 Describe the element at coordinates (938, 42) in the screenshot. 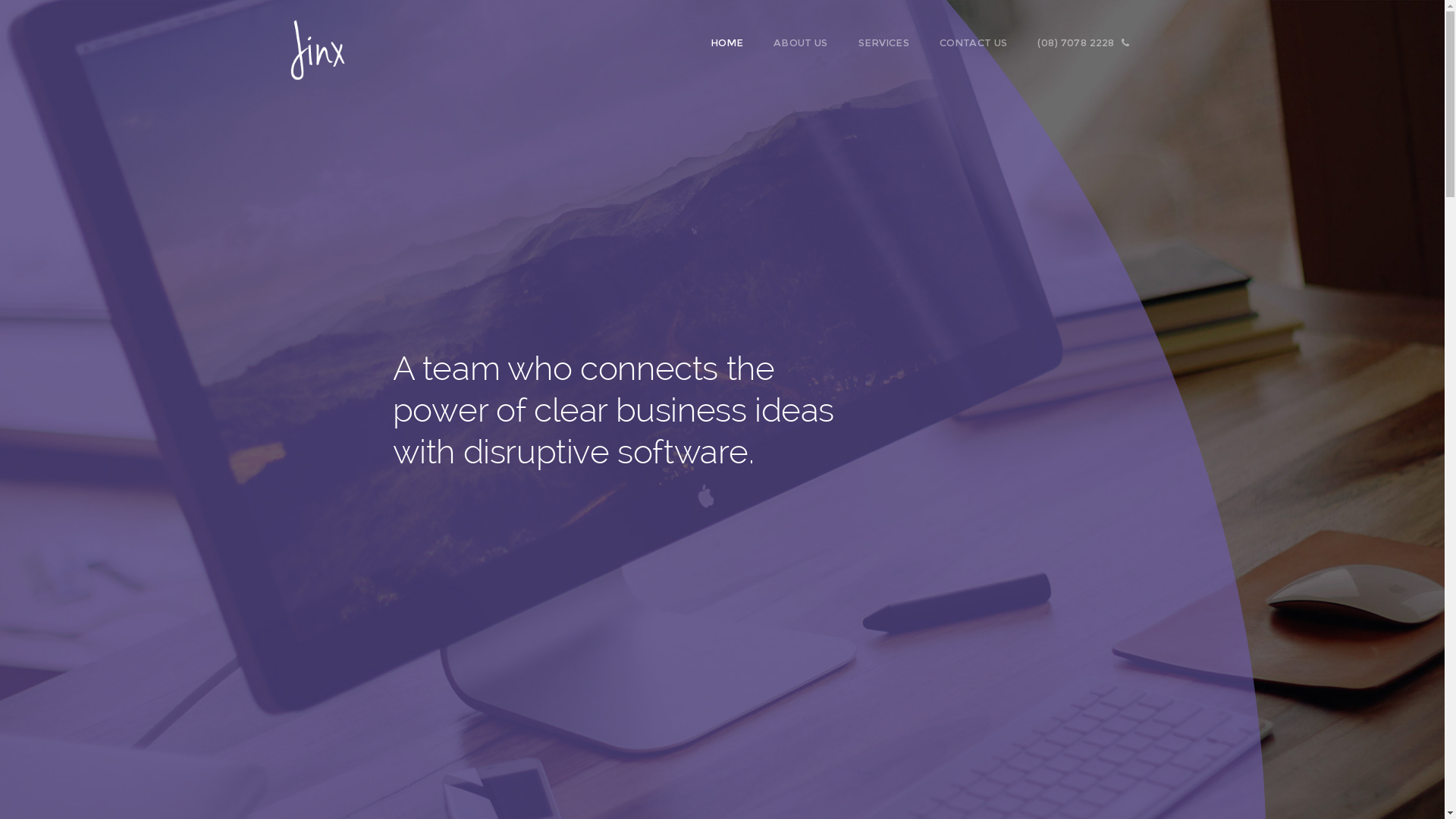

I see `'CONTACT US'` at that location.